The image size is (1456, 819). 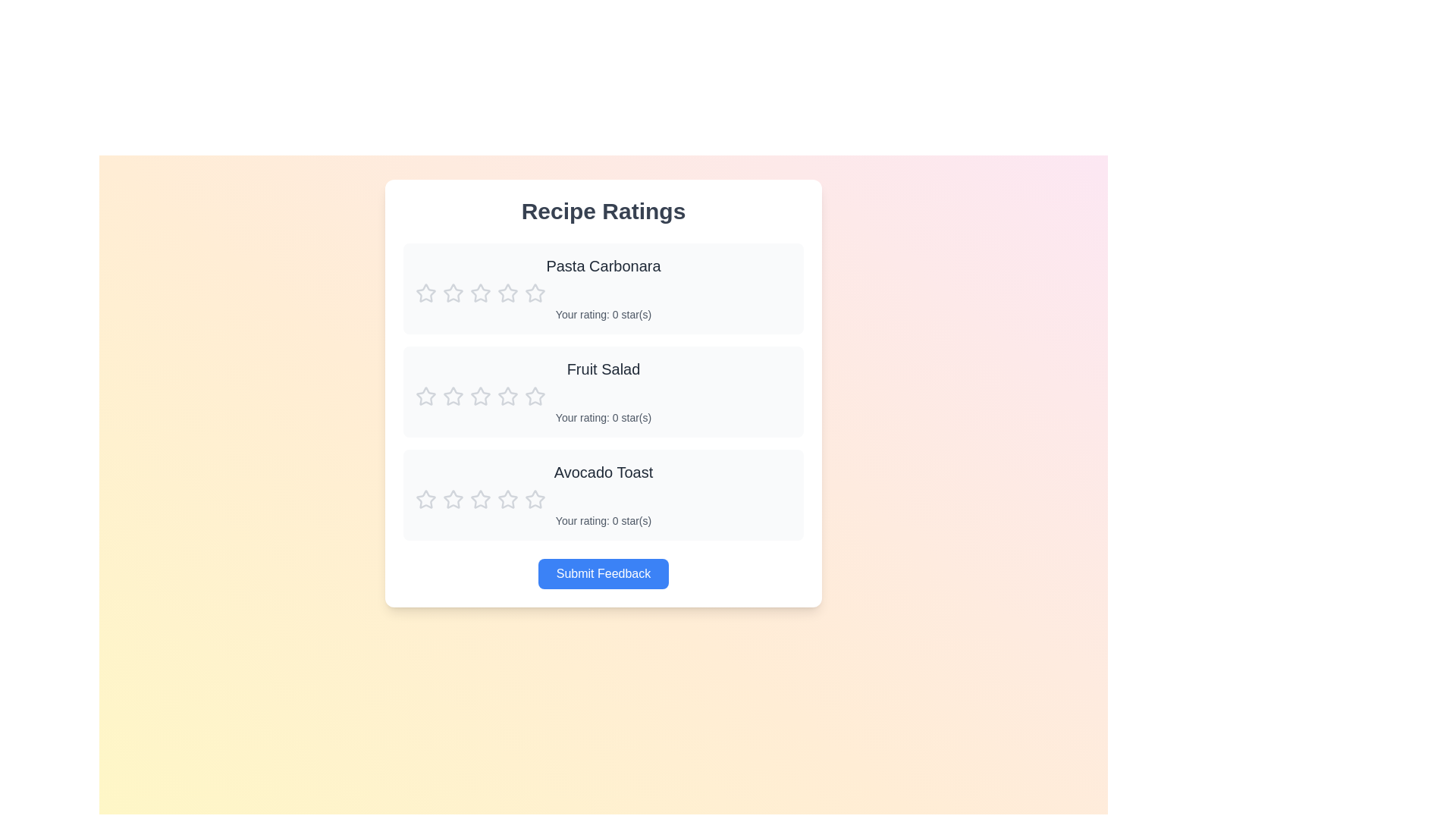 What do you see at coordinates (603, 369) in the screenshot?
I see `text label displaying 'Fruit Salad', which is located in the second rating card below 'Pasta Carbonara' and above 'Avocado Toast'` at bounding box center [603, 369].